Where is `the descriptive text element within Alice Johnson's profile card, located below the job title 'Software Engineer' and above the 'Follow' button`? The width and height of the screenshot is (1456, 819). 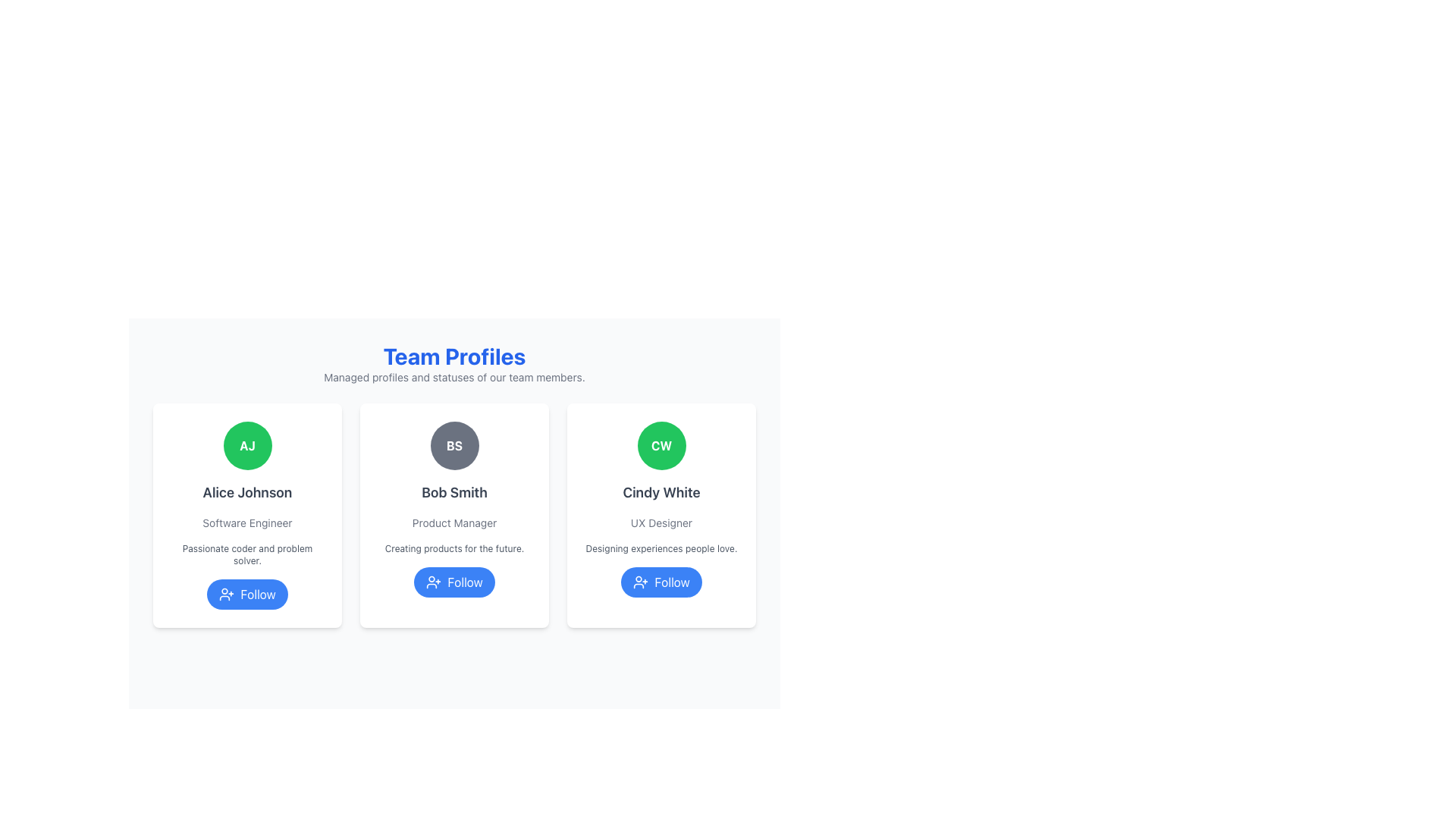
the descriptive text element within Alice Johnson's profile card, located below the job title 'Software Engineer' and above the 'Follow' button is located at coordinates (247, 555).